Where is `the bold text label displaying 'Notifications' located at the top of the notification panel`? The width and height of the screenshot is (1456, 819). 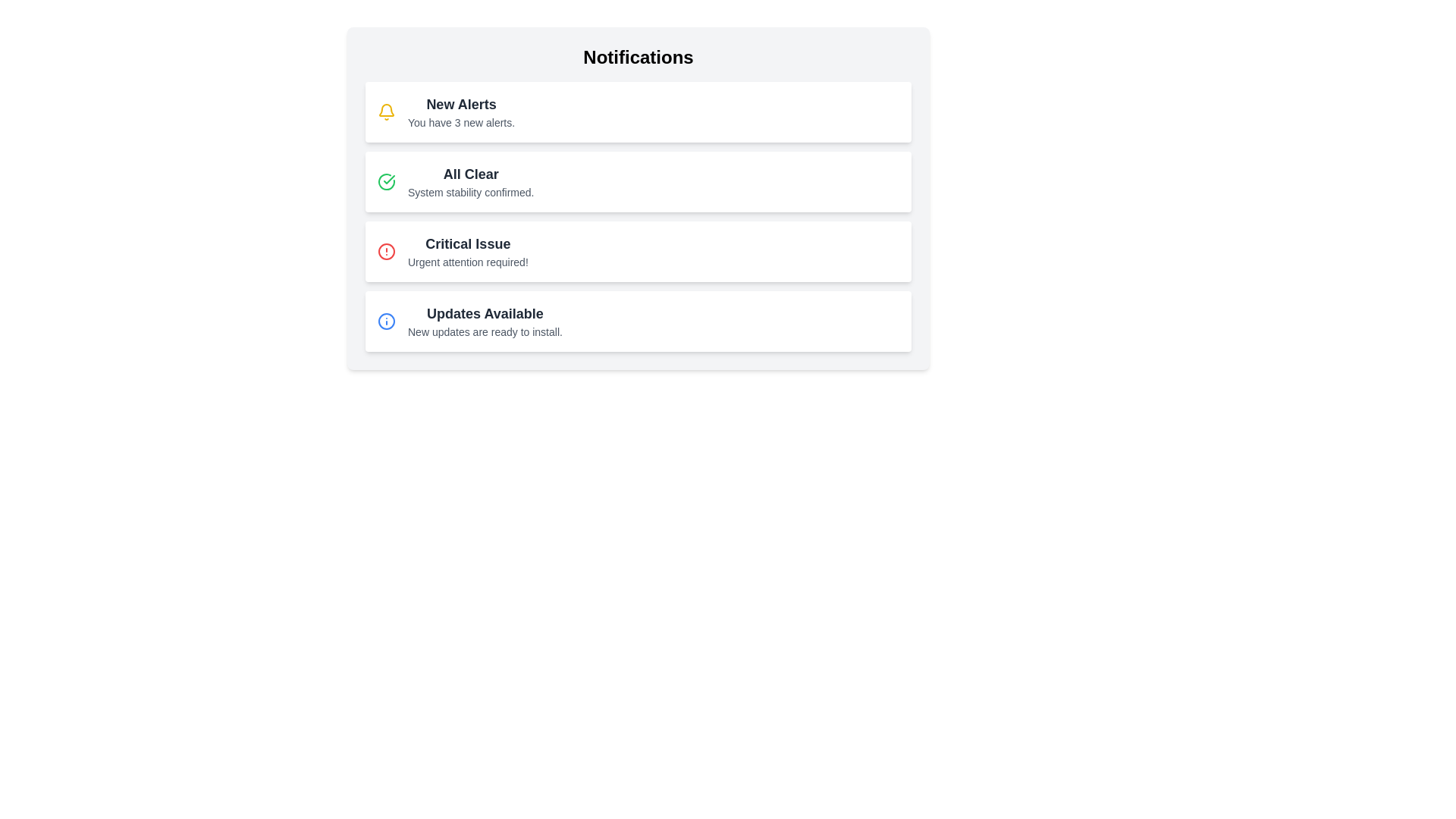 the bold text label displaying 'Notifications' located at the top of the notification panel is located at coordinates (638, 57).